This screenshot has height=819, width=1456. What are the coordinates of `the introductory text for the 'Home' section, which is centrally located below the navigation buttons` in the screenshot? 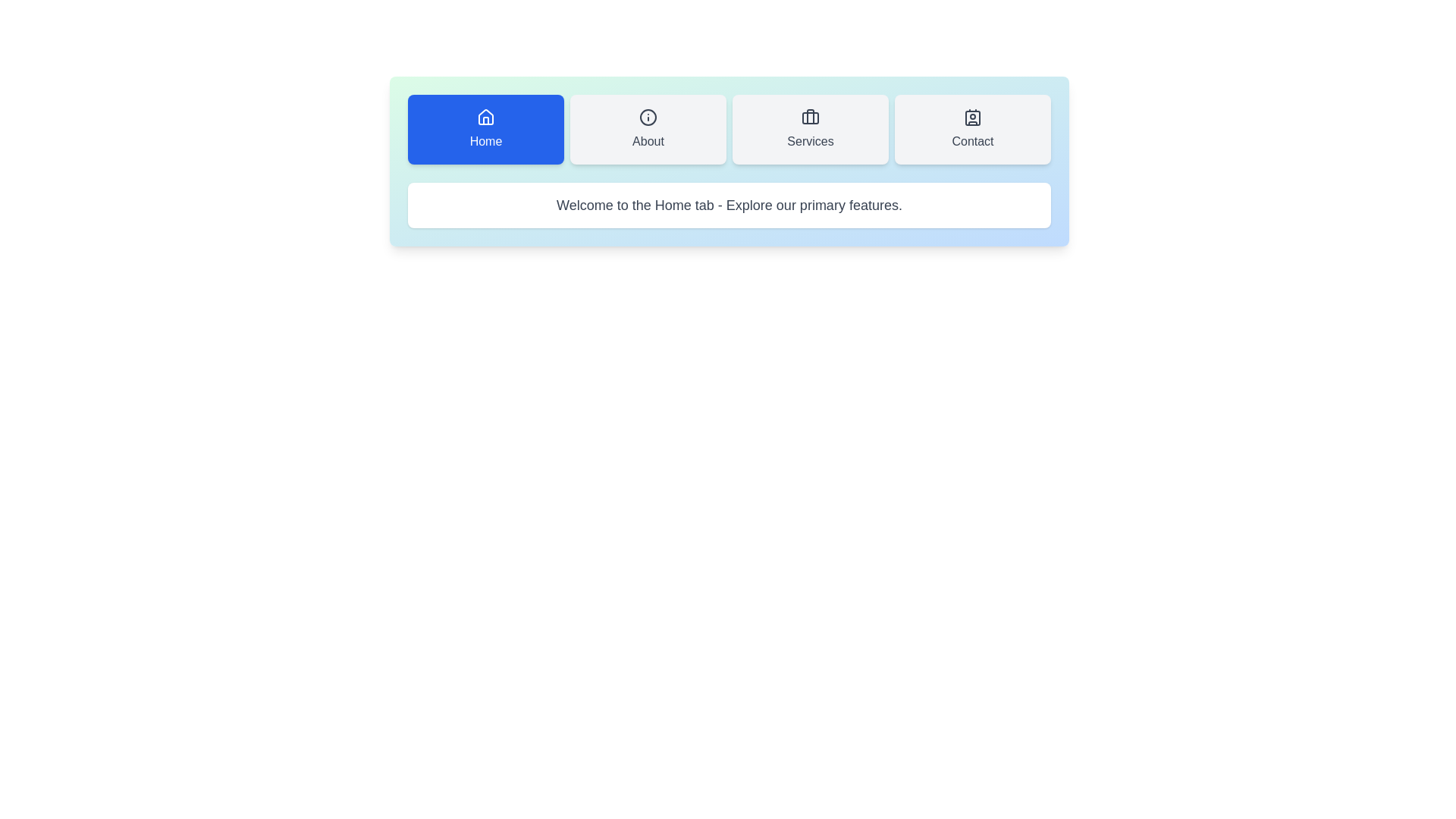 It's located at (729, 205).